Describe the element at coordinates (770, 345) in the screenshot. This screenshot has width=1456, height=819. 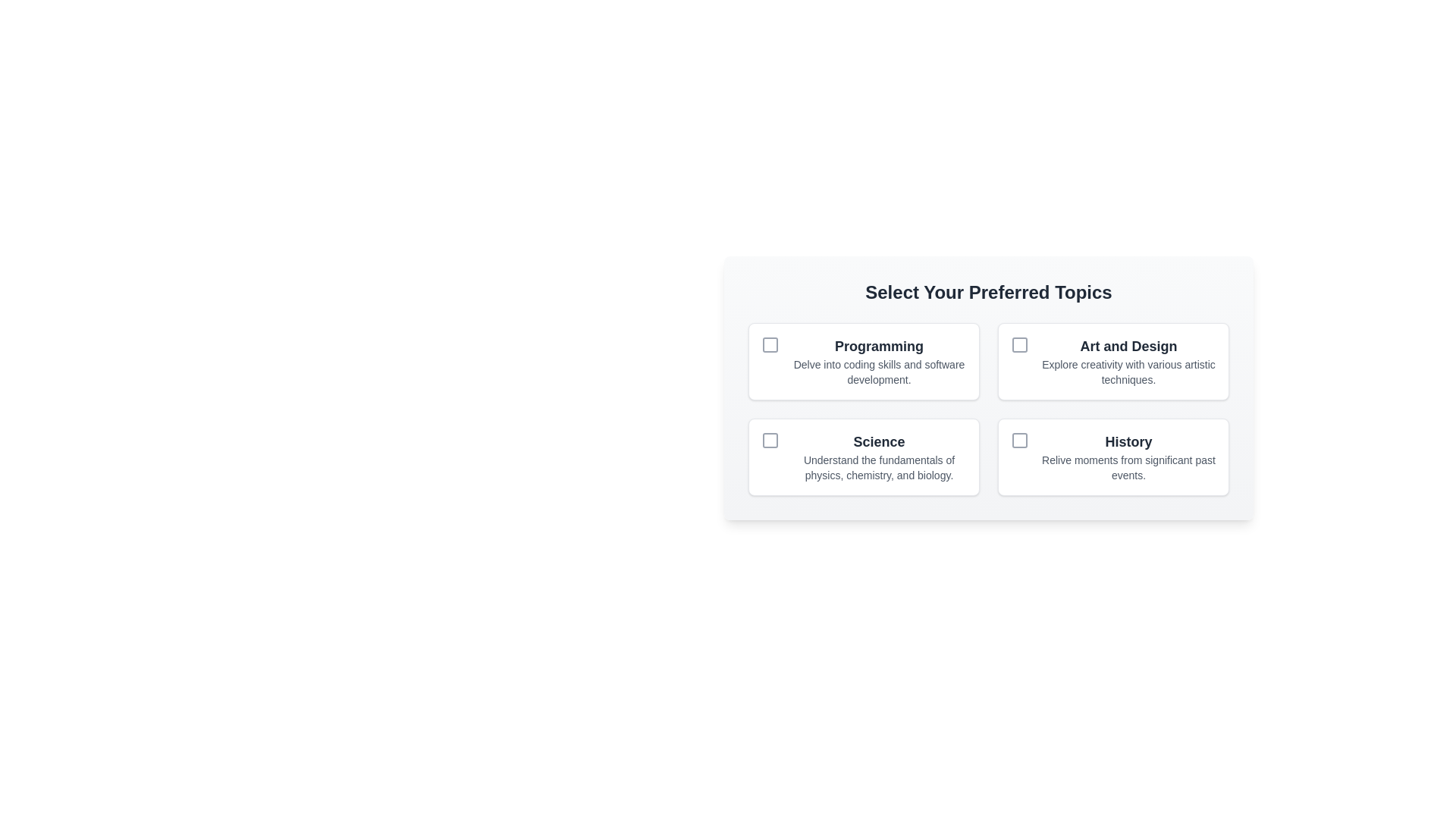
I see `the checkbox located in the upper-left corner of the 'Programming' option card` at that location.